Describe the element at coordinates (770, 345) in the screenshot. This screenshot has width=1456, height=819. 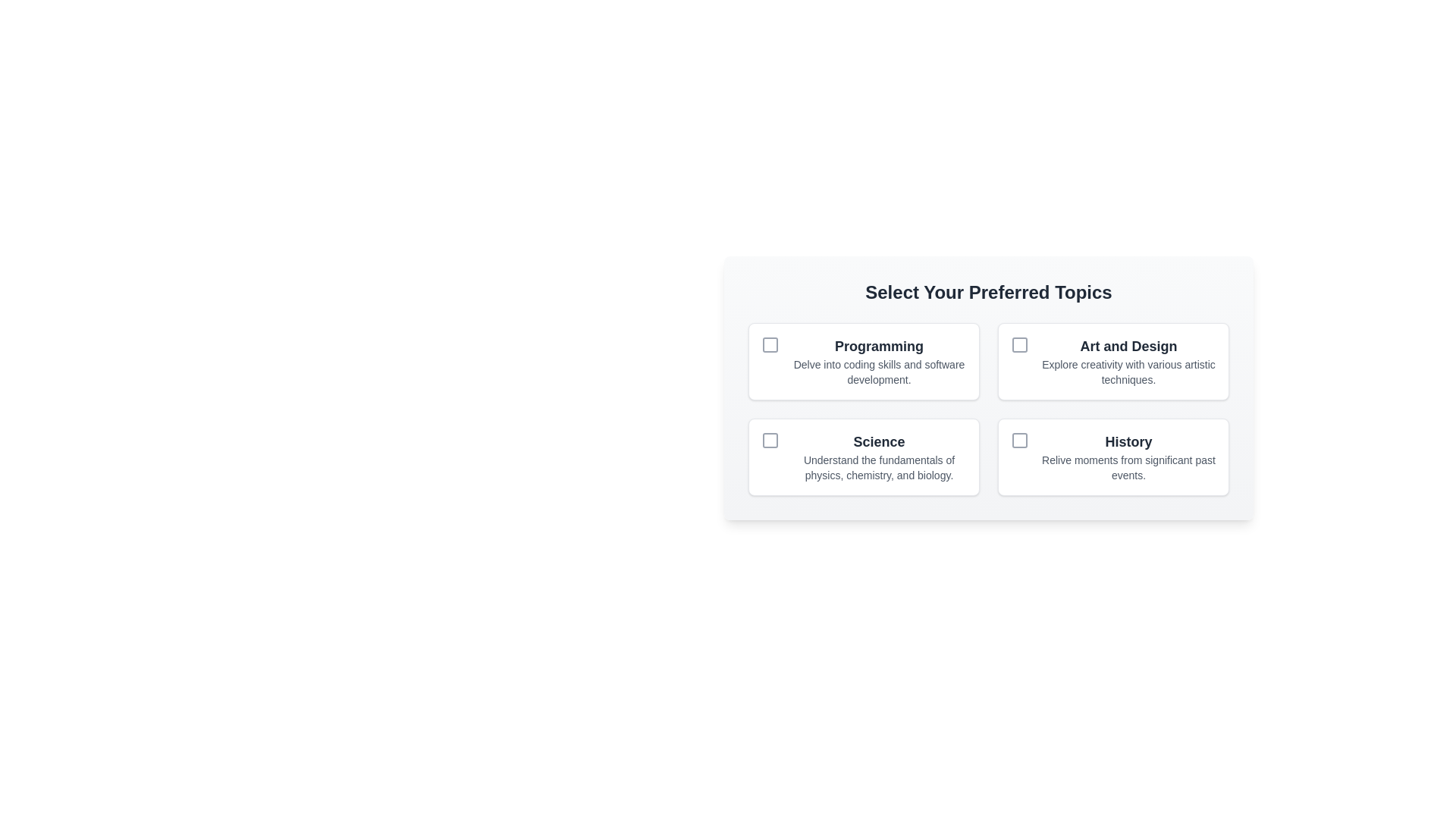
I see `the checkbox located in the upper-left corner of the 'Programming' option card` at that location.